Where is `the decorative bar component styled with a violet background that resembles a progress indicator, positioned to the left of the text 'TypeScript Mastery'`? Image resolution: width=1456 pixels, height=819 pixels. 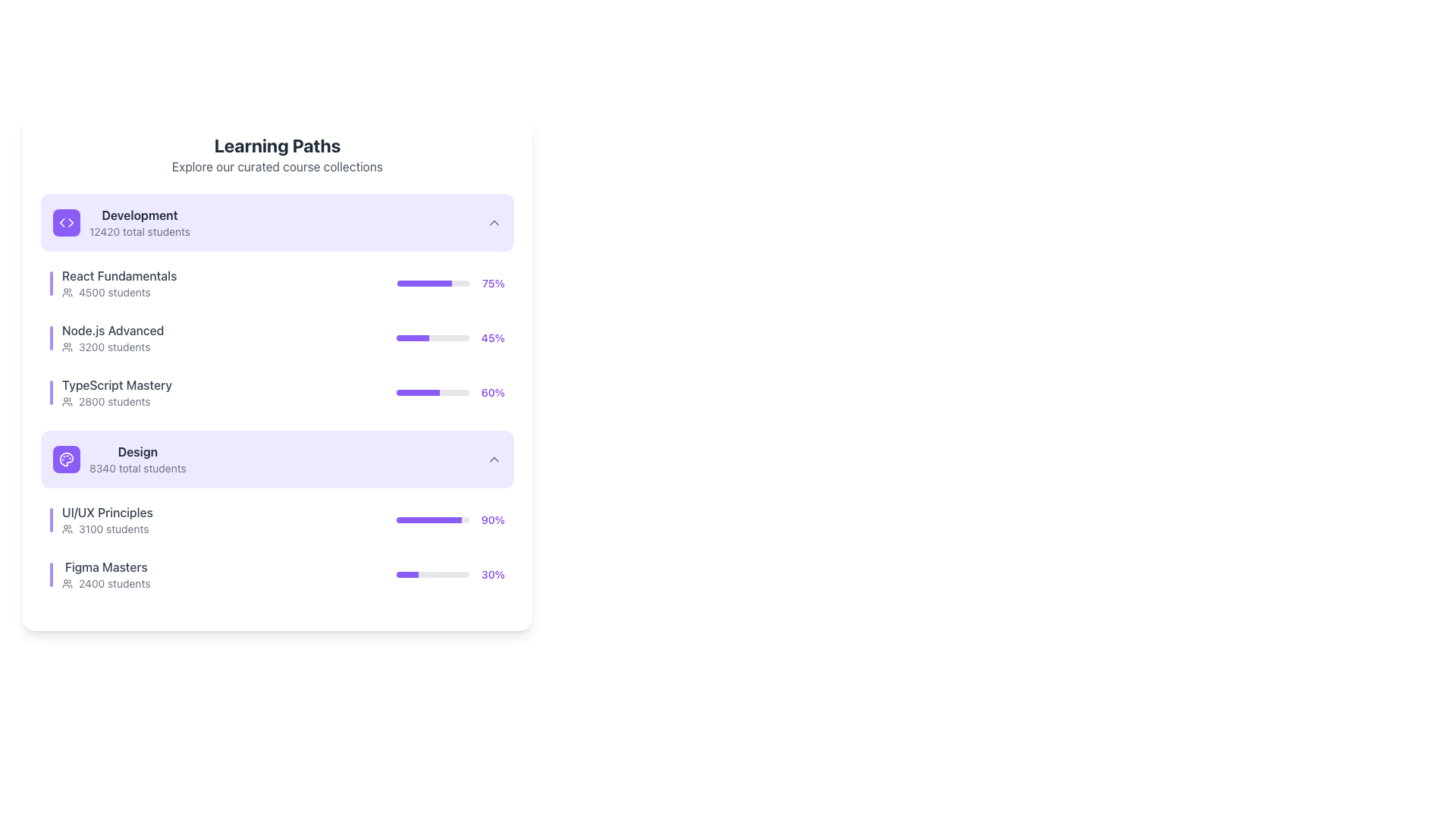
the decorative bar component styled with a violet background that resembles a progress indicator, positioned to the left of the text 'TypeScript Mastery' is located at coordinates (51, 391).